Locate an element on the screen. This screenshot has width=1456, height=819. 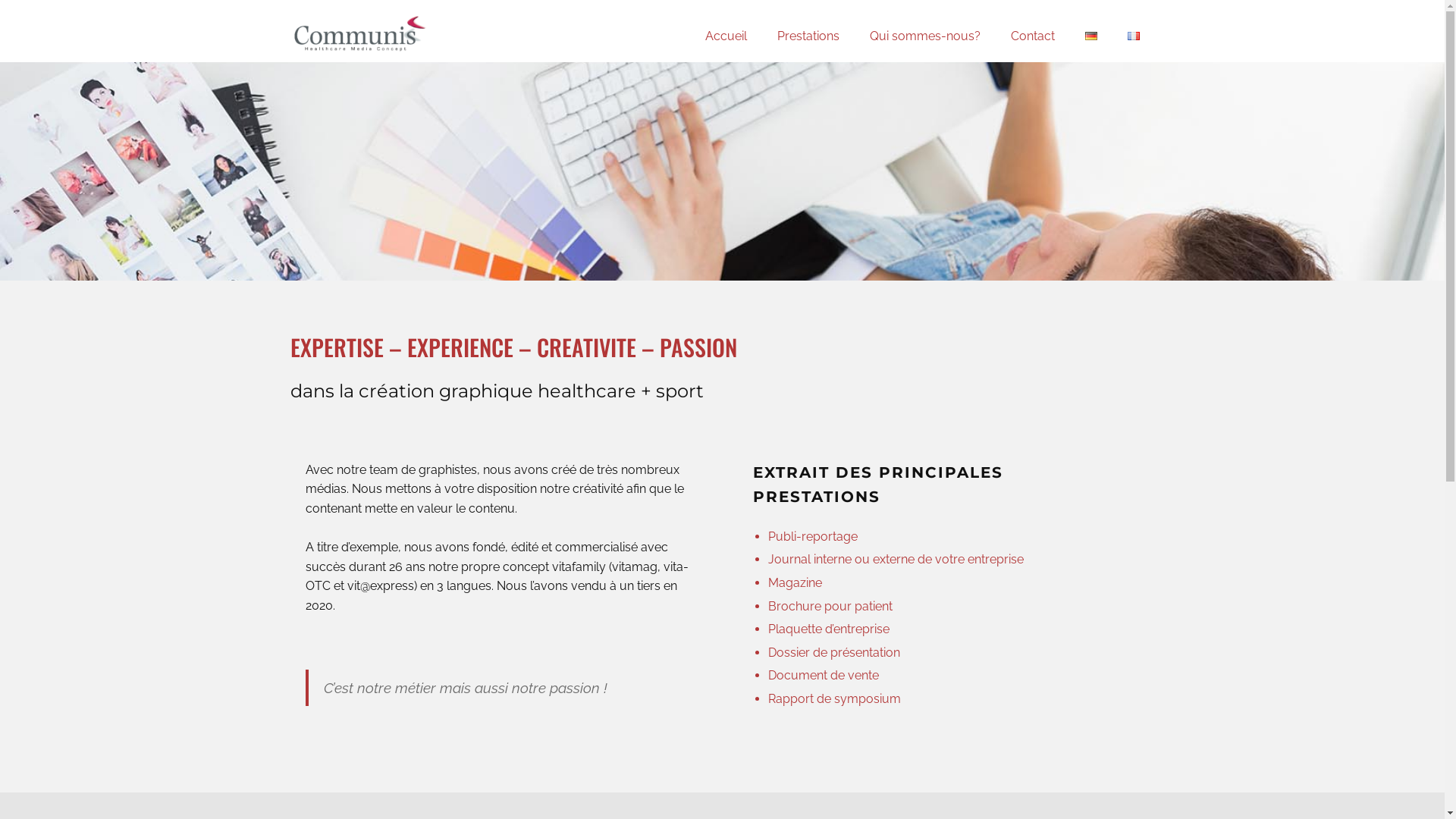
'Contact' is located at coordinates (1031, 35).